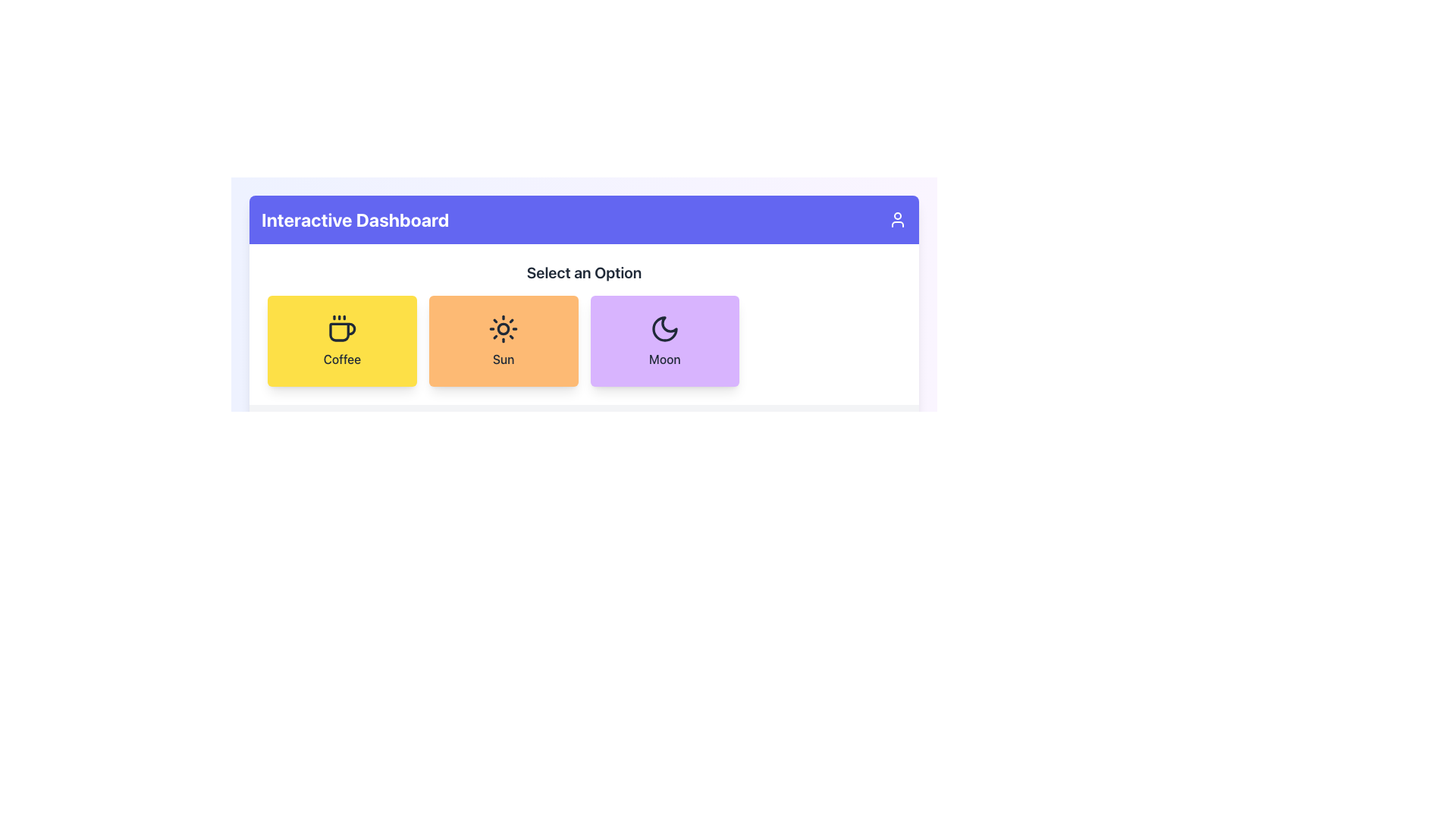 The width and height of the screenshot is (1456, 819). I want to click on the 'Sun' text label located at the bottom of the orange card, which is the second card from the left in a row of three cards, so click(504, 359).